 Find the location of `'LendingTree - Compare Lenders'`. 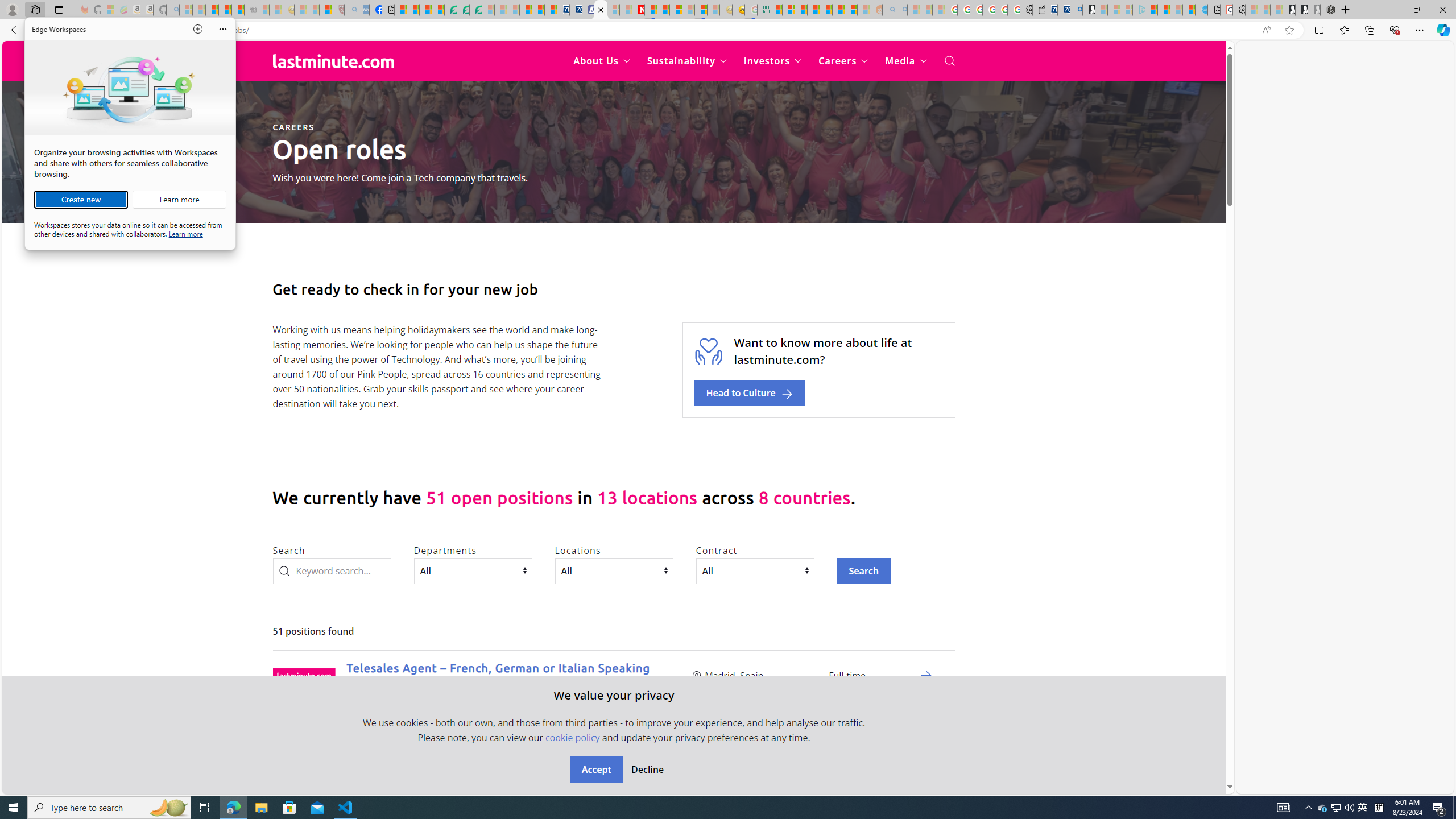

'LendingTree - Compare Lenders' is located at coordinates (450, 9).